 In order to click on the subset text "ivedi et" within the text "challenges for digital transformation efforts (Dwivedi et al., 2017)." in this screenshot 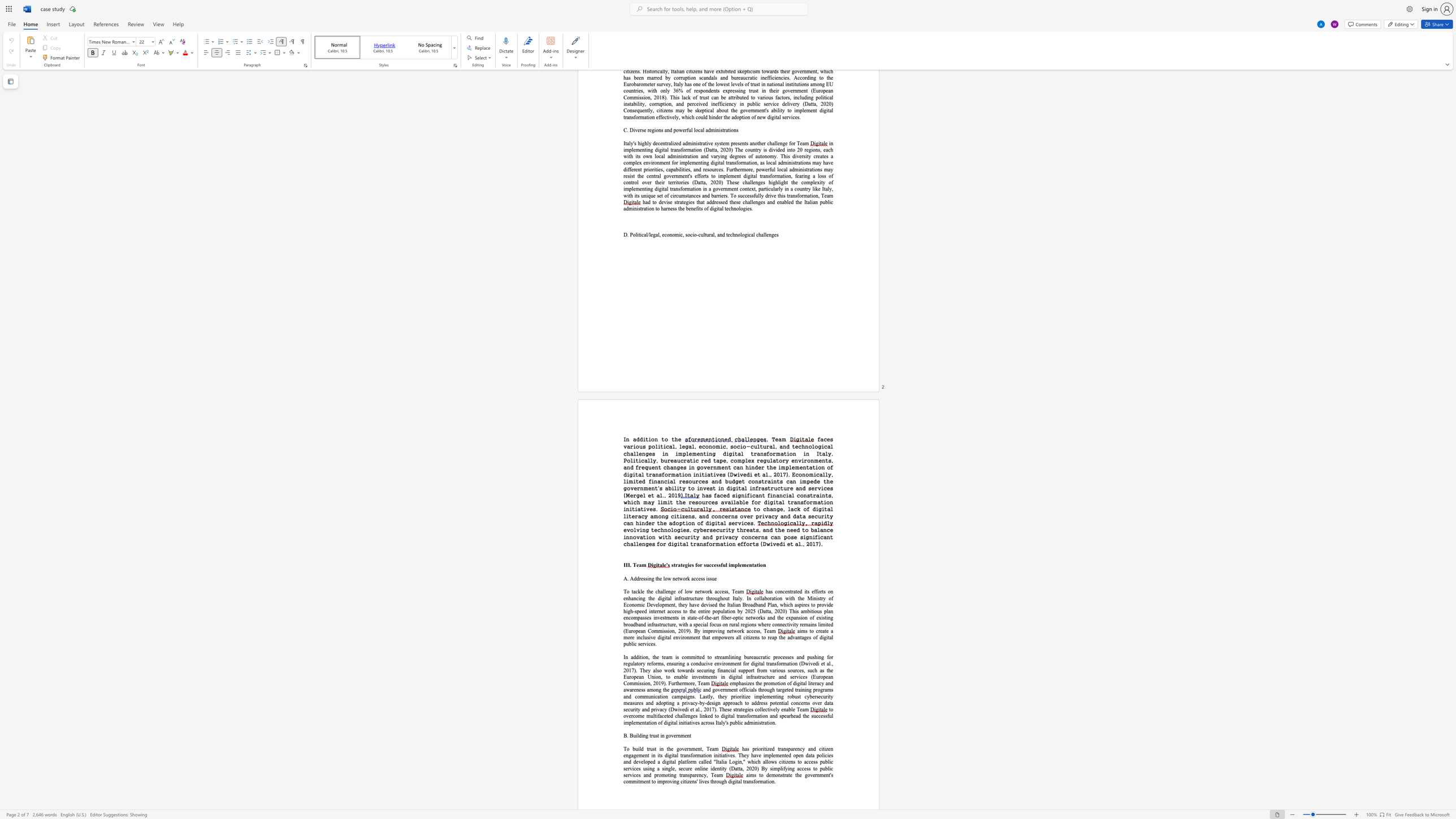, I will do `click(769, 543)`.